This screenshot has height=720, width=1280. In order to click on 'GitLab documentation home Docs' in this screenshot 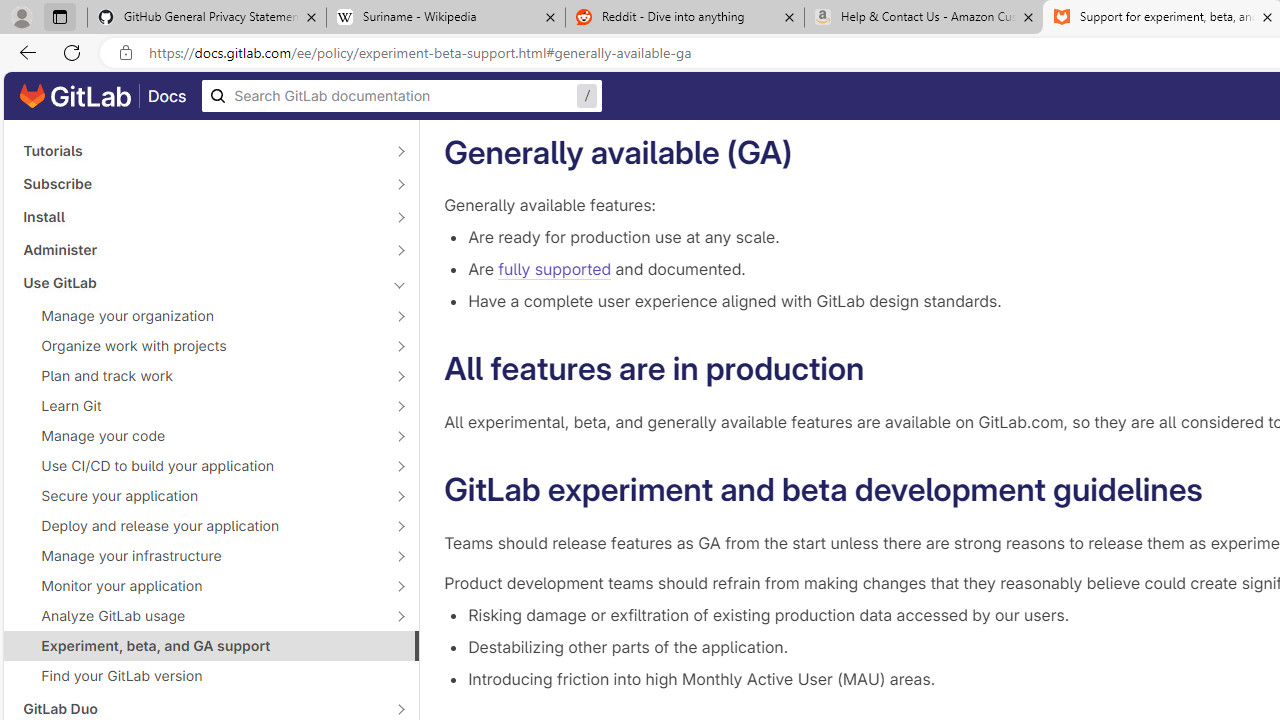, I will do `click(102, 96)`.